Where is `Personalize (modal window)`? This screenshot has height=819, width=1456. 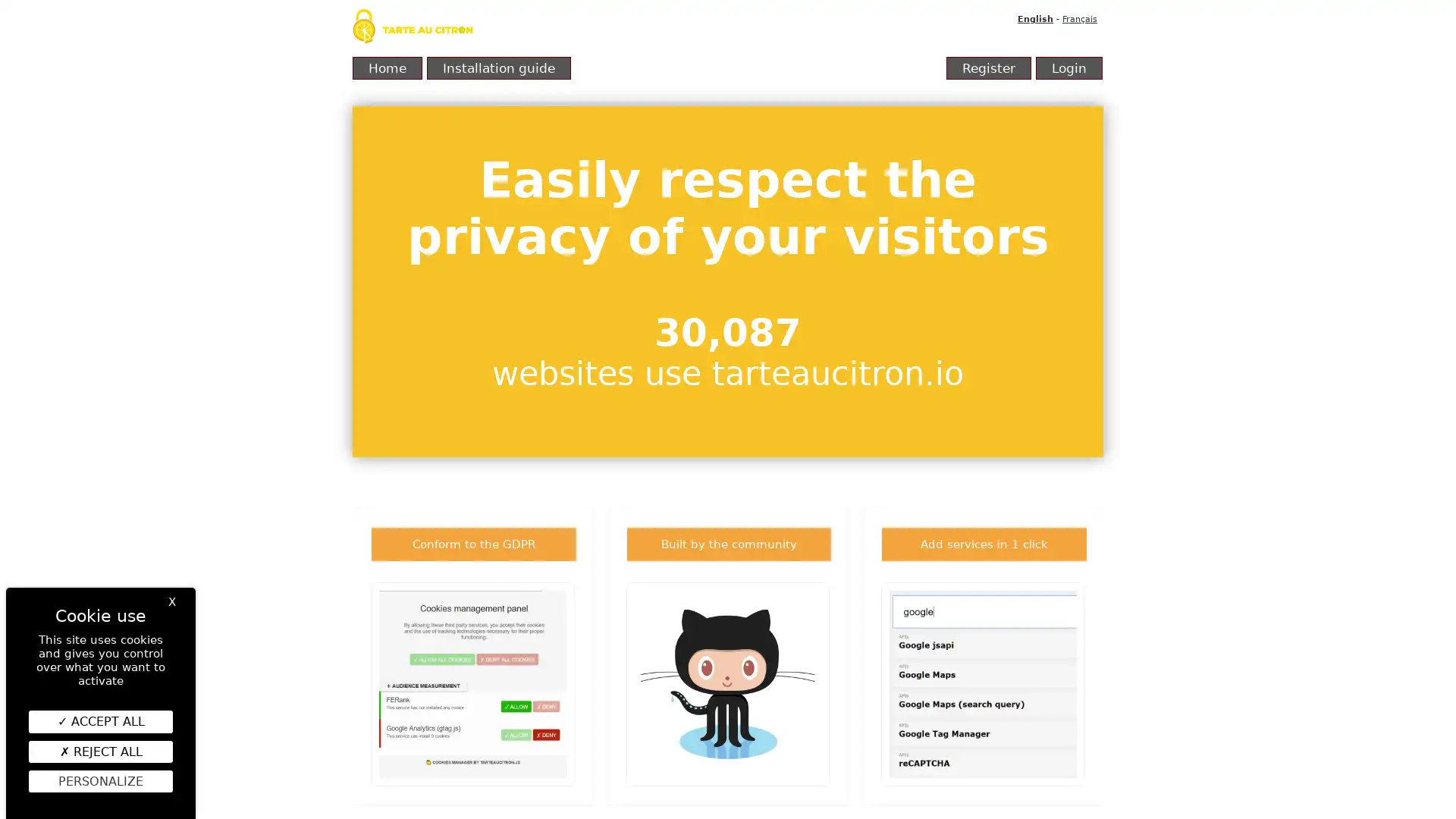 Personalize (modal window) is located at coordinates (100, 780).